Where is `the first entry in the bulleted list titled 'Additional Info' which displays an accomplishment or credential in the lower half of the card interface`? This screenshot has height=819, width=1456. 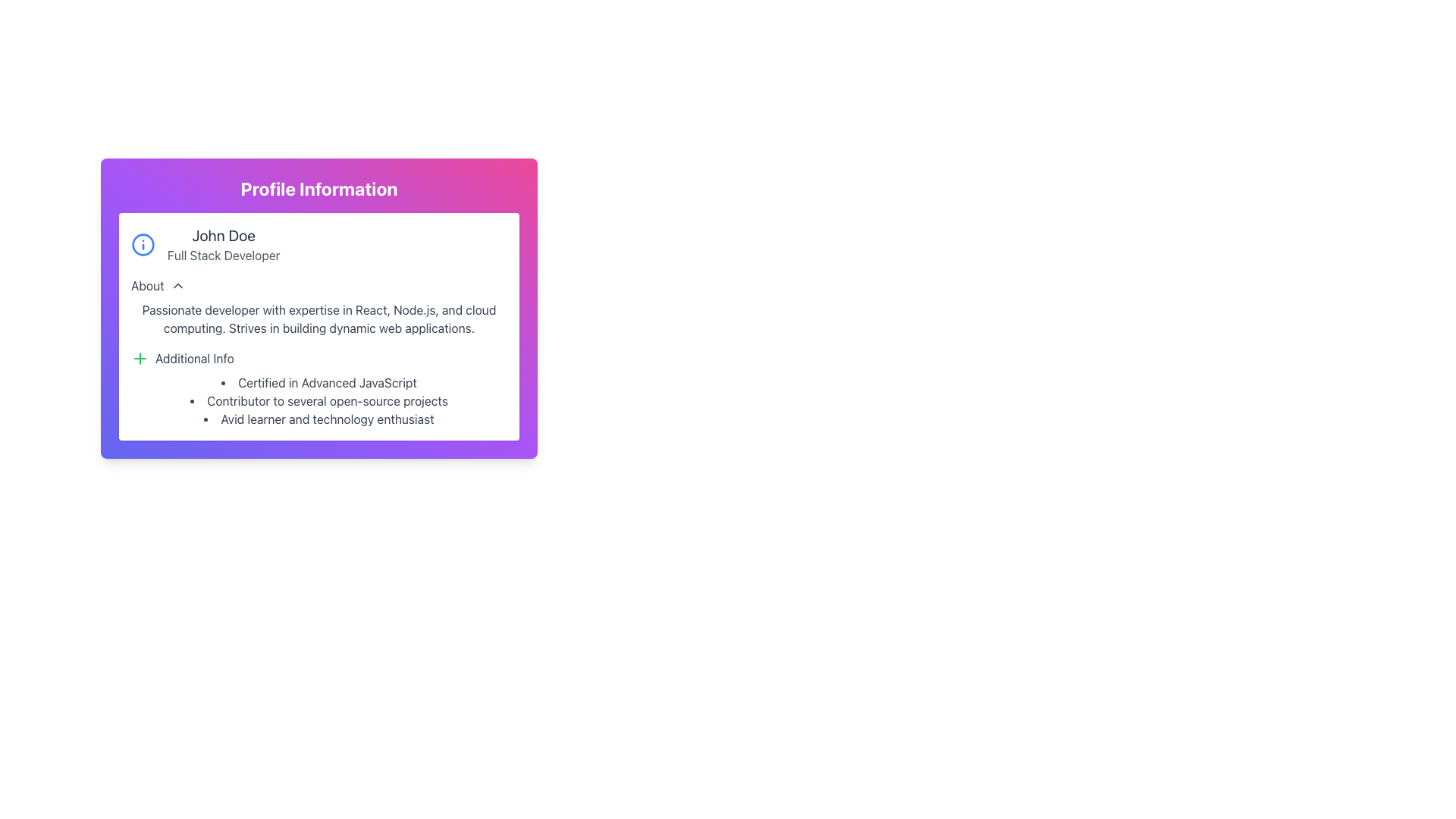
the first entry in the bulleted list titled 'Additional Info' which displays an accomplishment or credential in the lower half of the card interface is located at coordinates (318, 382).